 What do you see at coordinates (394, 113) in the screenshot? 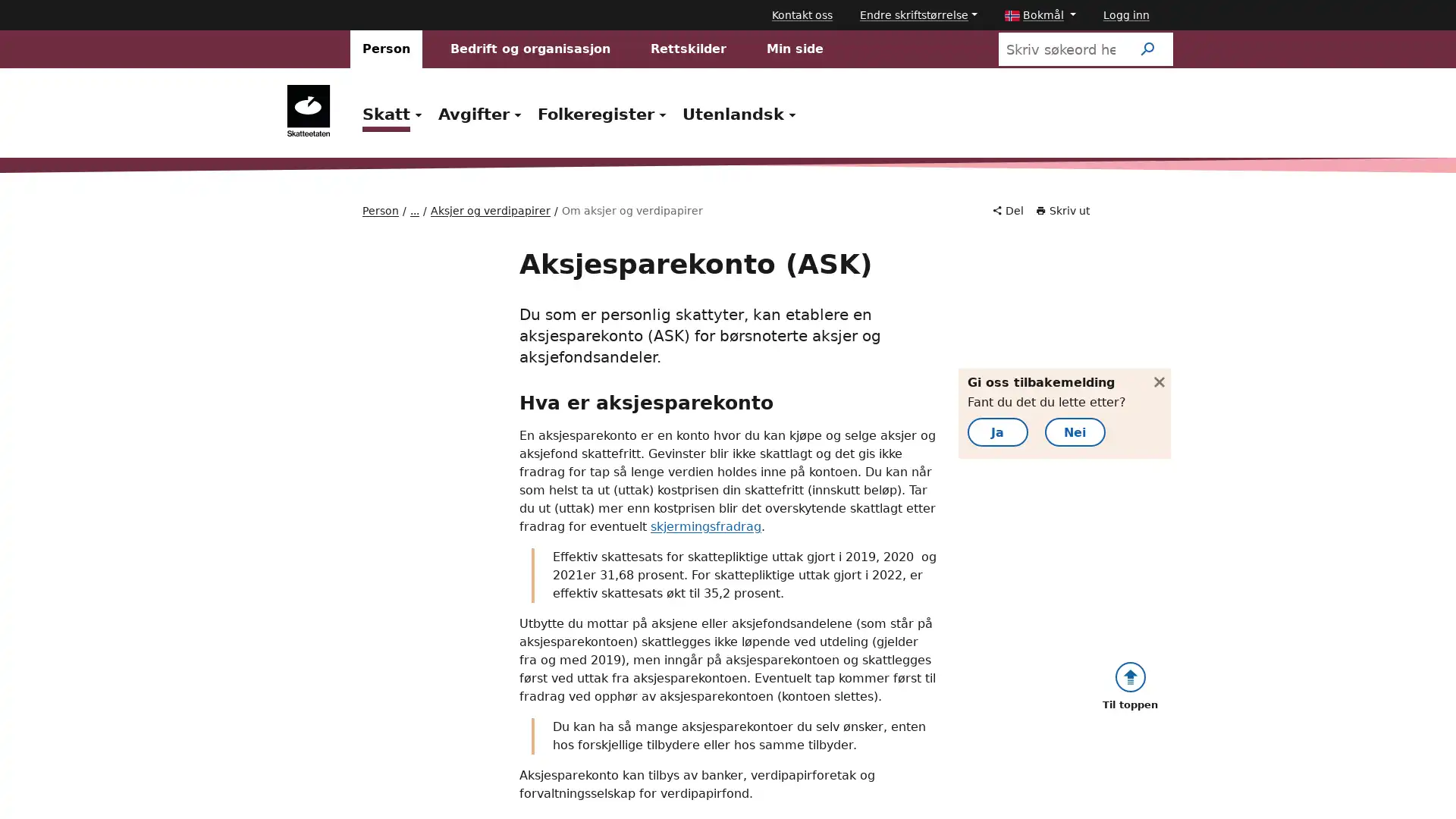
I see `Skatt` at bounding box center [394, 113].